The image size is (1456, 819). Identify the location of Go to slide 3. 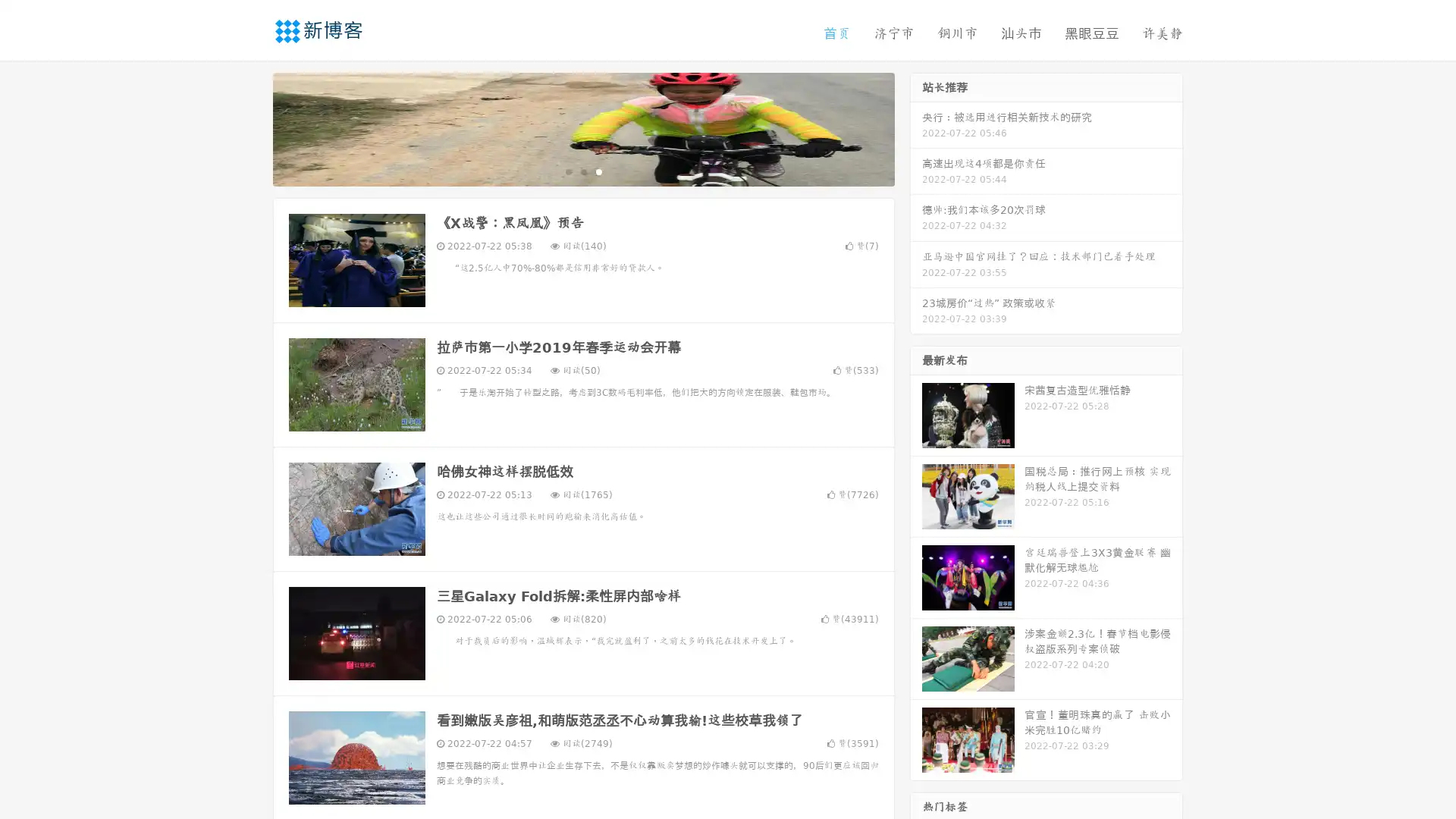
(598, 171).